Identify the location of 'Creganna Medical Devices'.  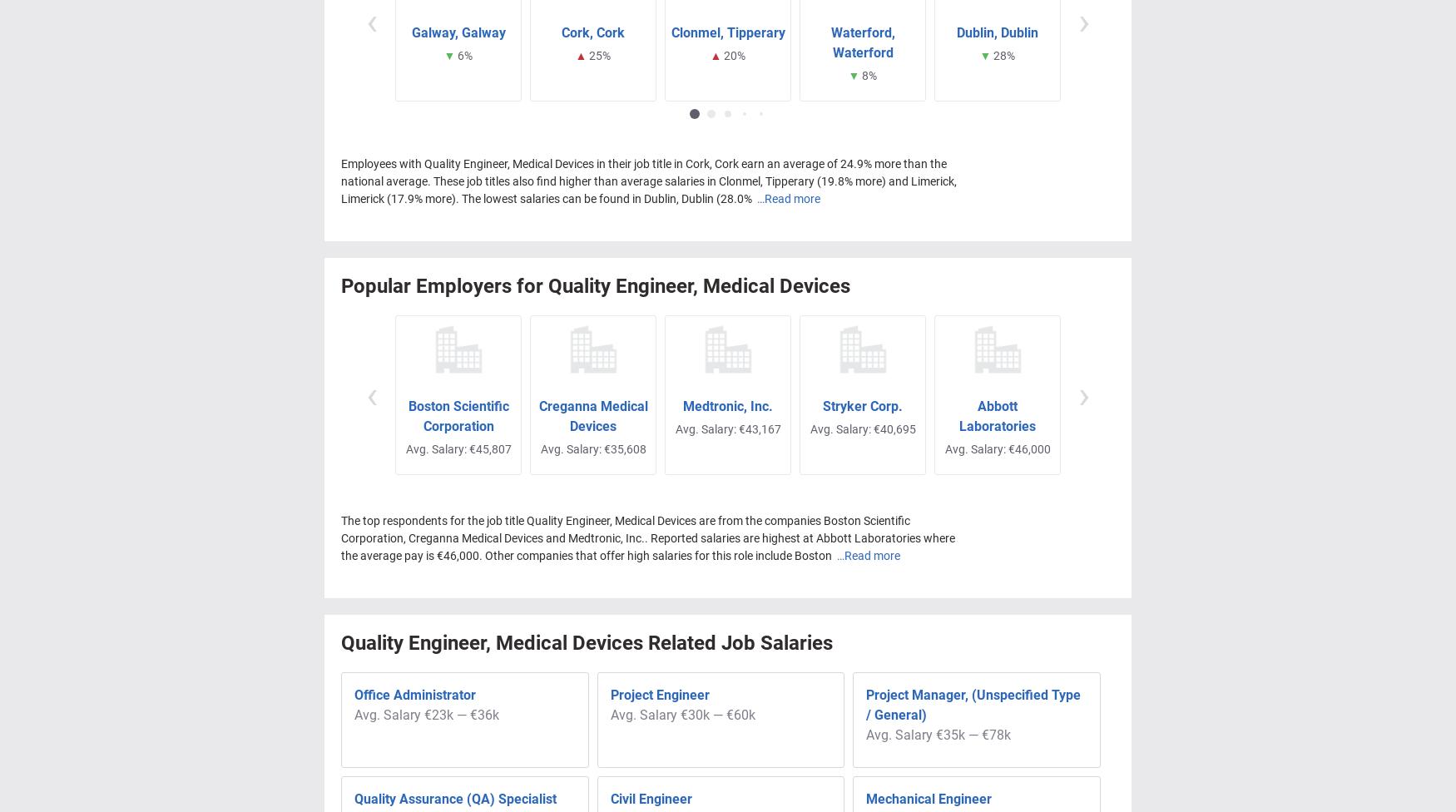
(592, 416).